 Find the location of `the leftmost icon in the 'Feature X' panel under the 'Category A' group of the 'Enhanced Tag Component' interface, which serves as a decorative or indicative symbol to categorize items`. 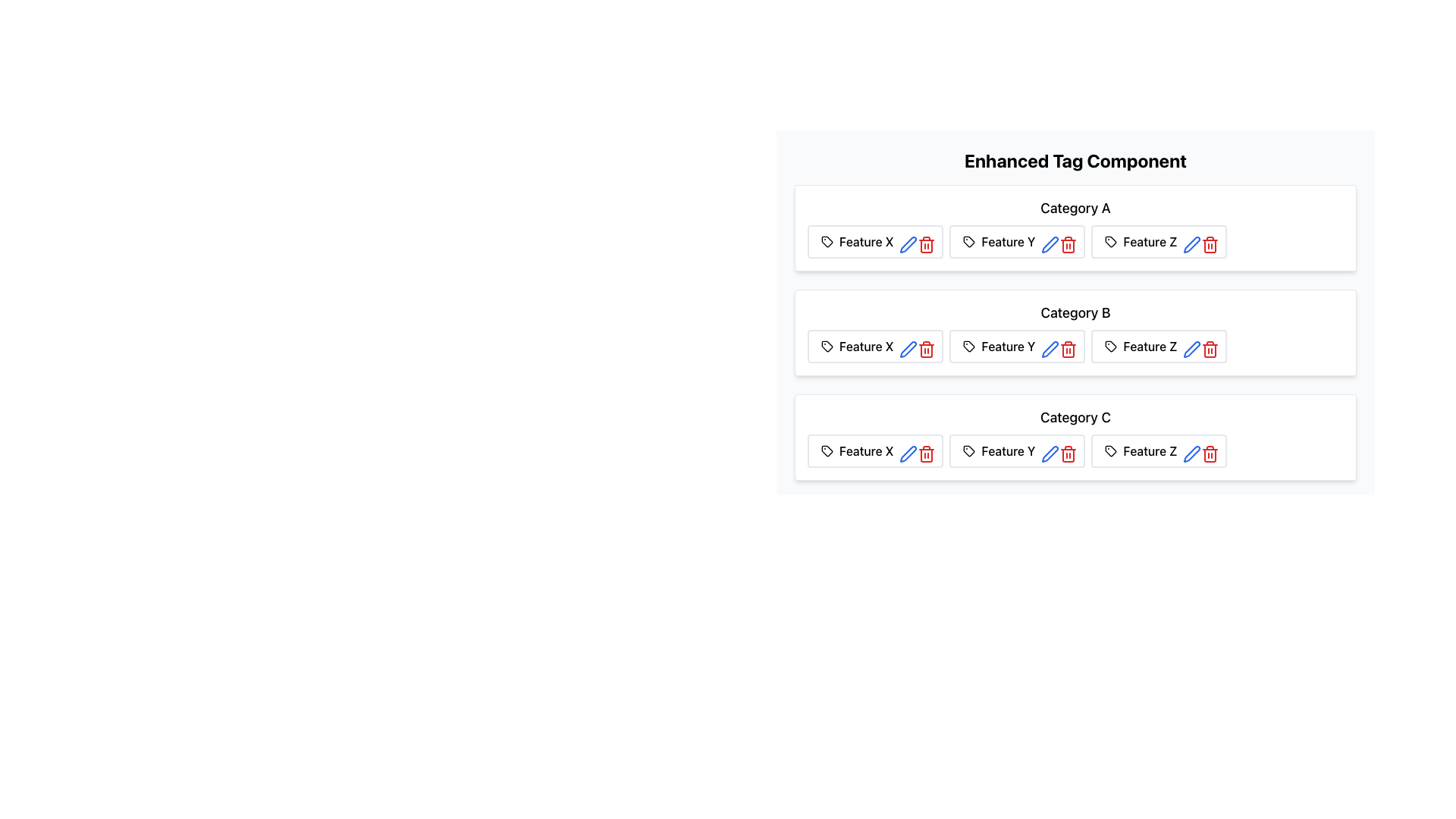

the leftmost icon in the 'Feature X' panel under the 'Category A' group of the 'Enhanced Tag Component' interface, which serves as a decorative or indicative symbol to categorize items is located at coordinates (826, 241).